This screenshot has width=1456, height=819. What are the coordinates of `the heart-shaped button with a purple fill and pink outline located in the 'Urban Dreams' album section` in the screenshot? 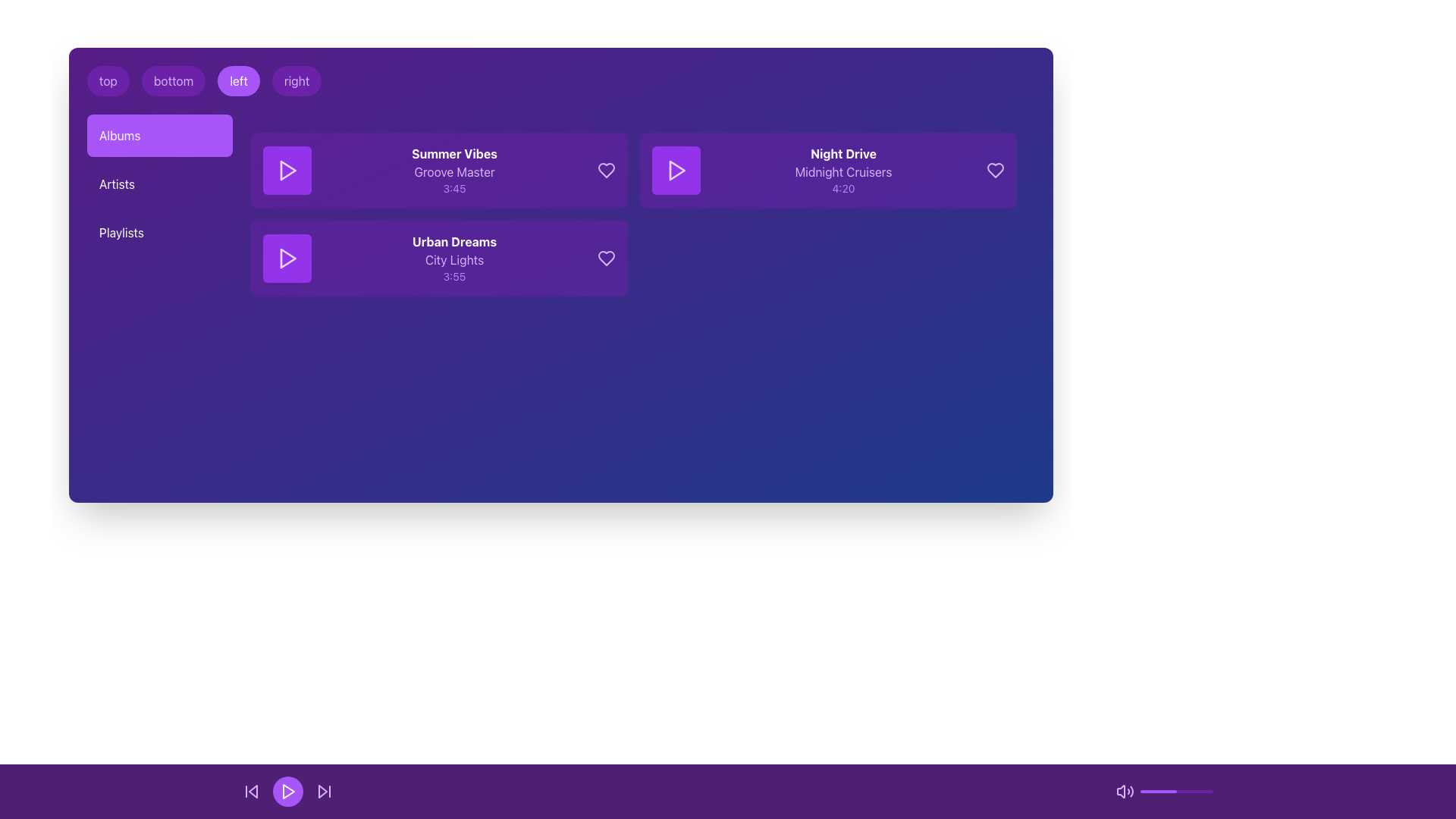 It's located at (607, 257).